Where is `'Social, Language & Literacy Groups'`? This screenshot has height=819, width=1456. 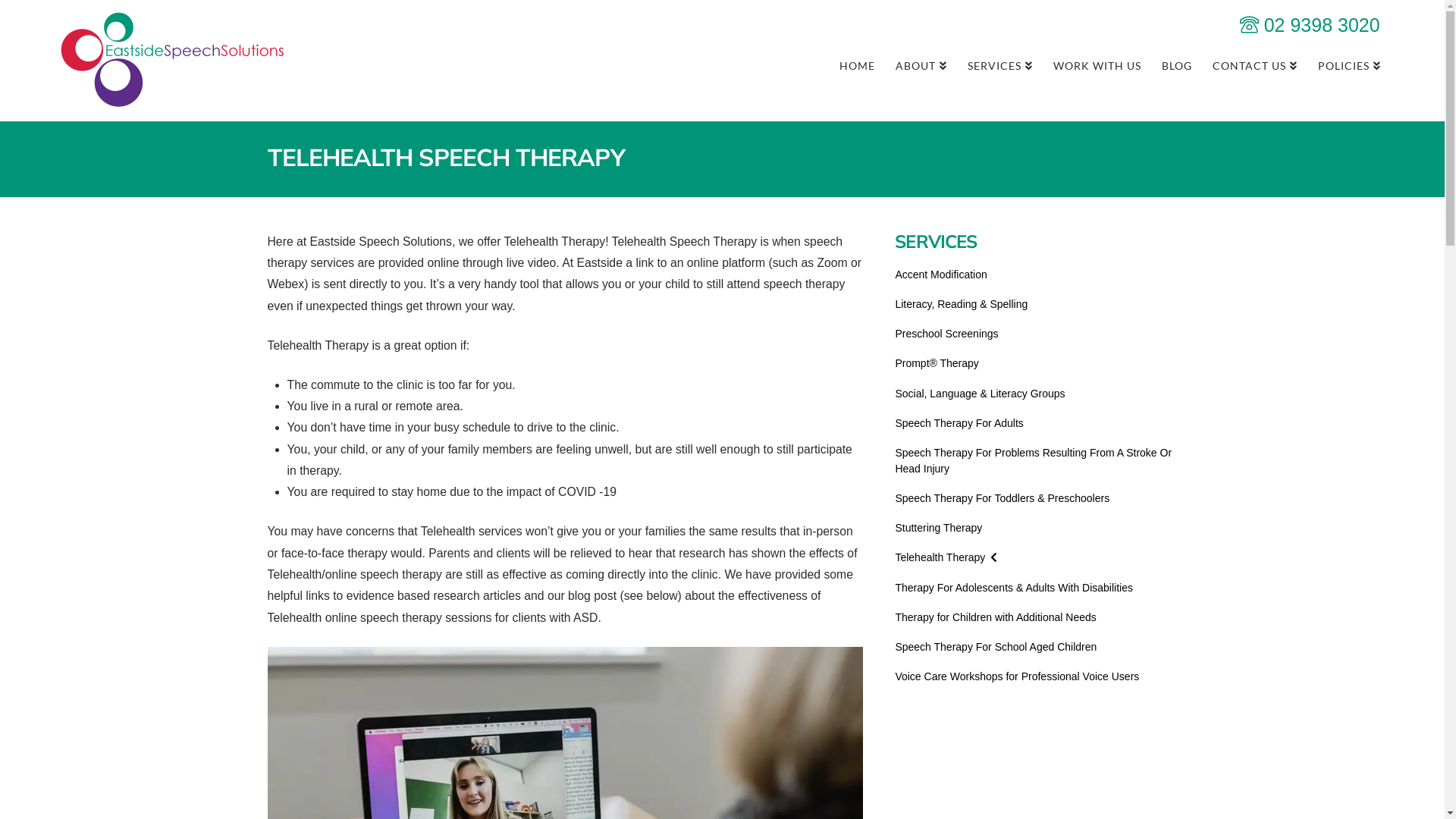
'Social, Language & Literacy Groups' is located at coordinates (979, 393).